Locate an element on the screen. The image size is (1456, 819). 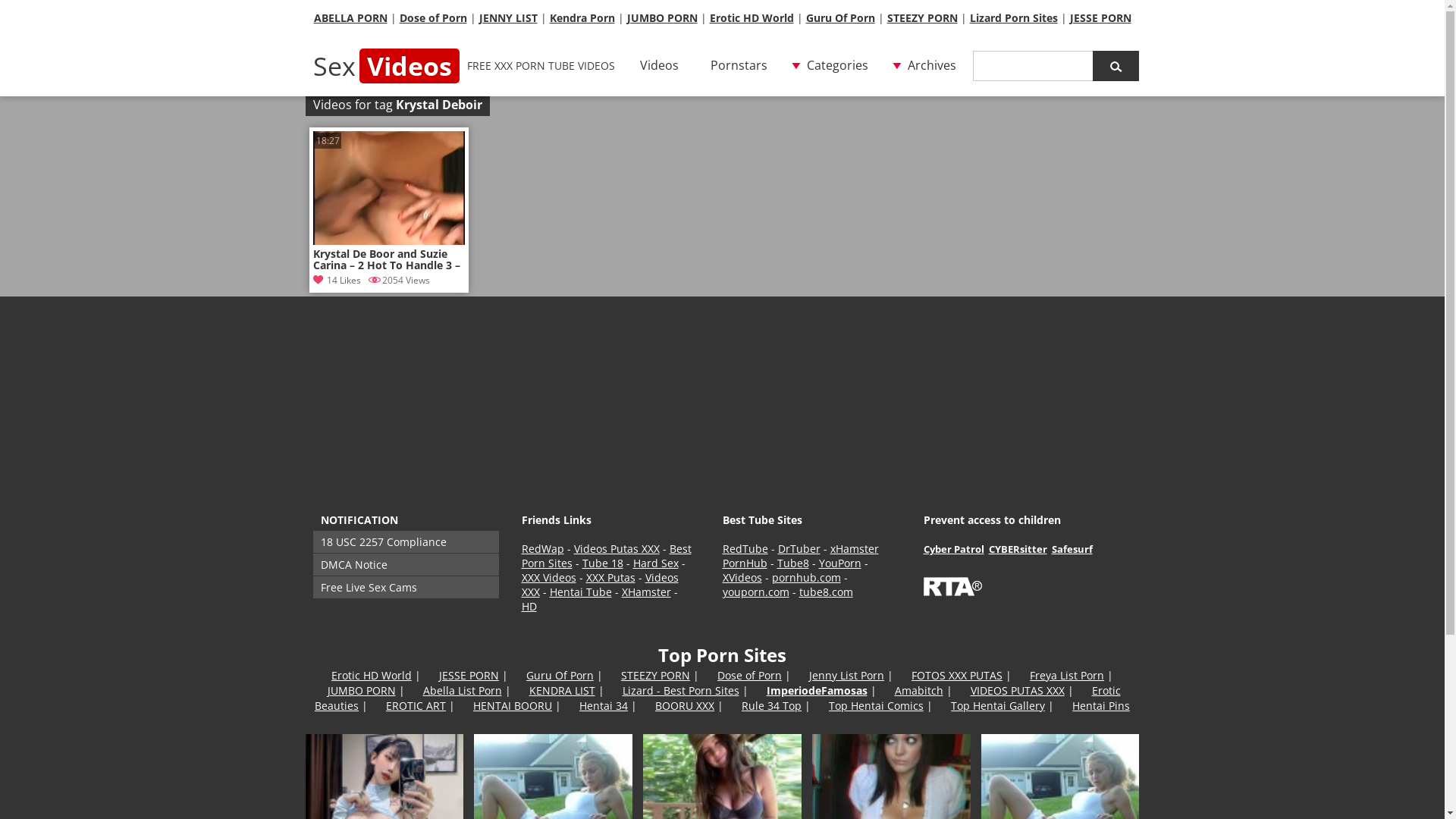
'Lizard Porn Sites' is located at coordinates (1012, 17).